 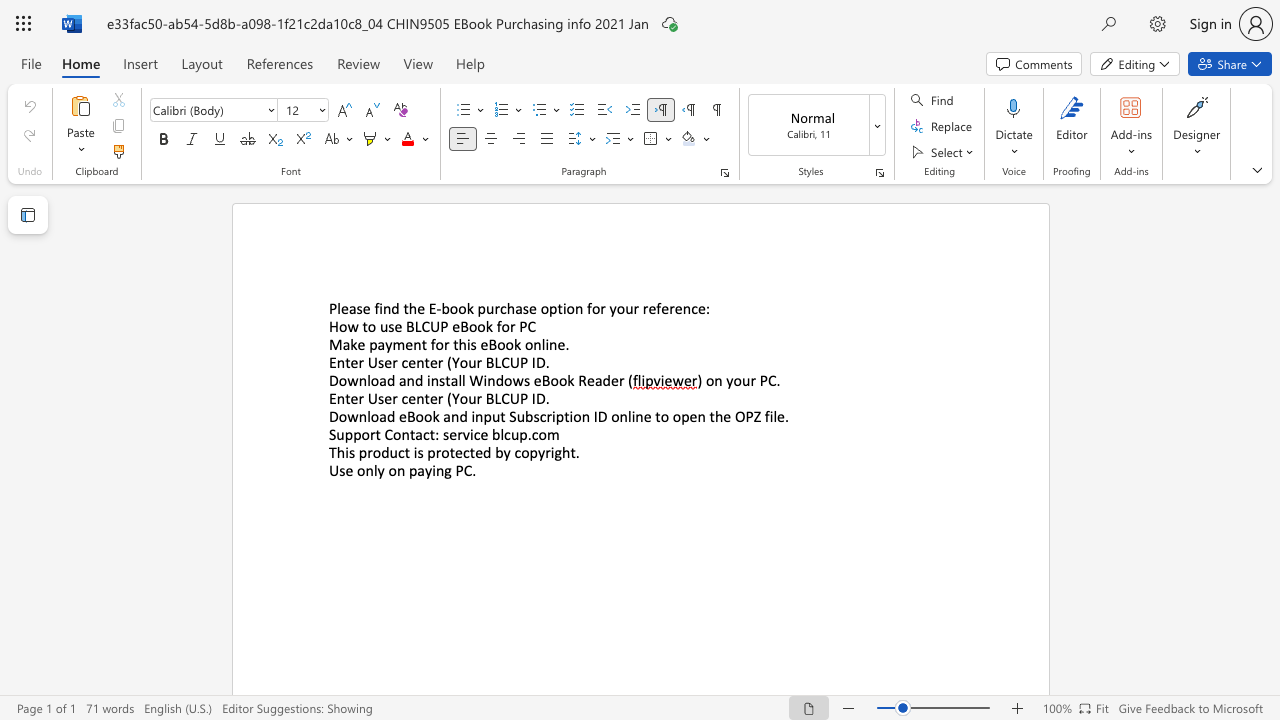 I want to click on the subset text "BLC" within the text "Enter User center (Your BLCUP ID", so click(x=485, y=362).